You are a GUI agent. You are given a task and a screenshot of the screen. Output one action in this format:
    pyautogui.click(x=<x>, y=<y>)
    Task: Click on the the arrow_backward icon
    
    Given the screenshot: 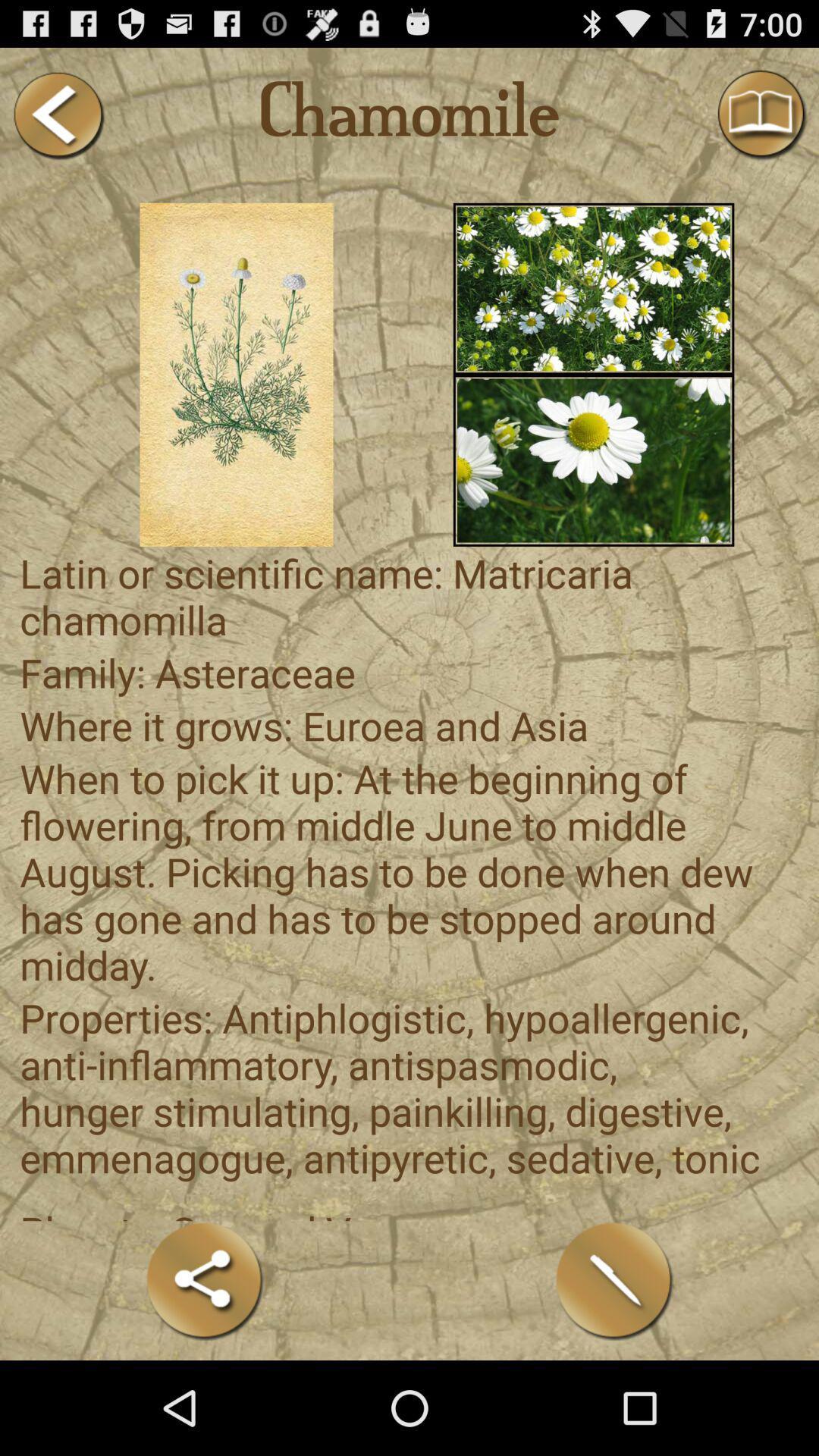 What is the action you would take?
    pyautogui.click(x=57, y=124)
    